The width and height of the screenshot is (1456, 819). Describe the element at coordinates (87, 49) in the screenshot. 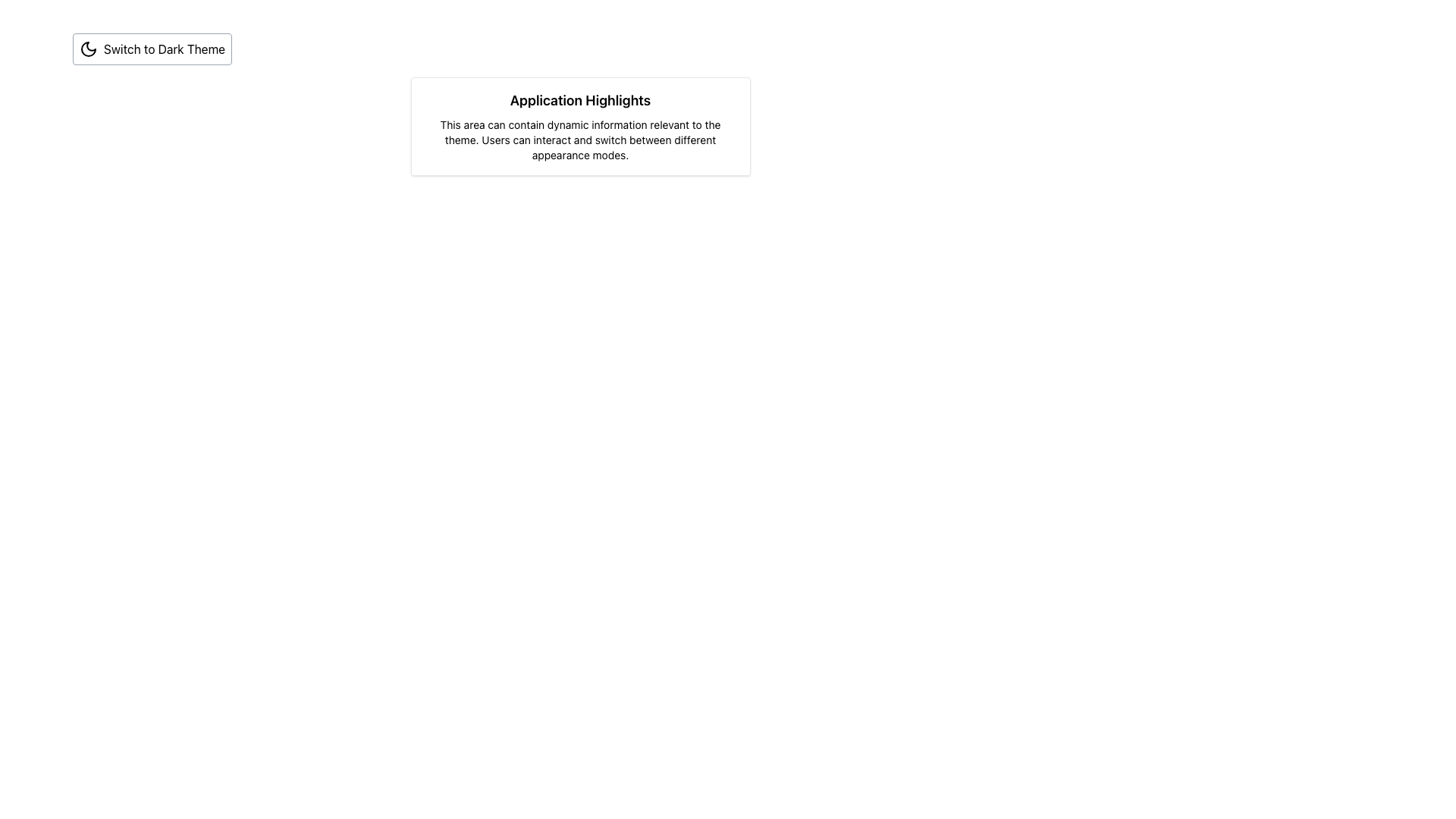

I see `the crescent moon icon located on the left of the 'Switch to Dark Theme' text in the upper-left corner of the interface` at that location.